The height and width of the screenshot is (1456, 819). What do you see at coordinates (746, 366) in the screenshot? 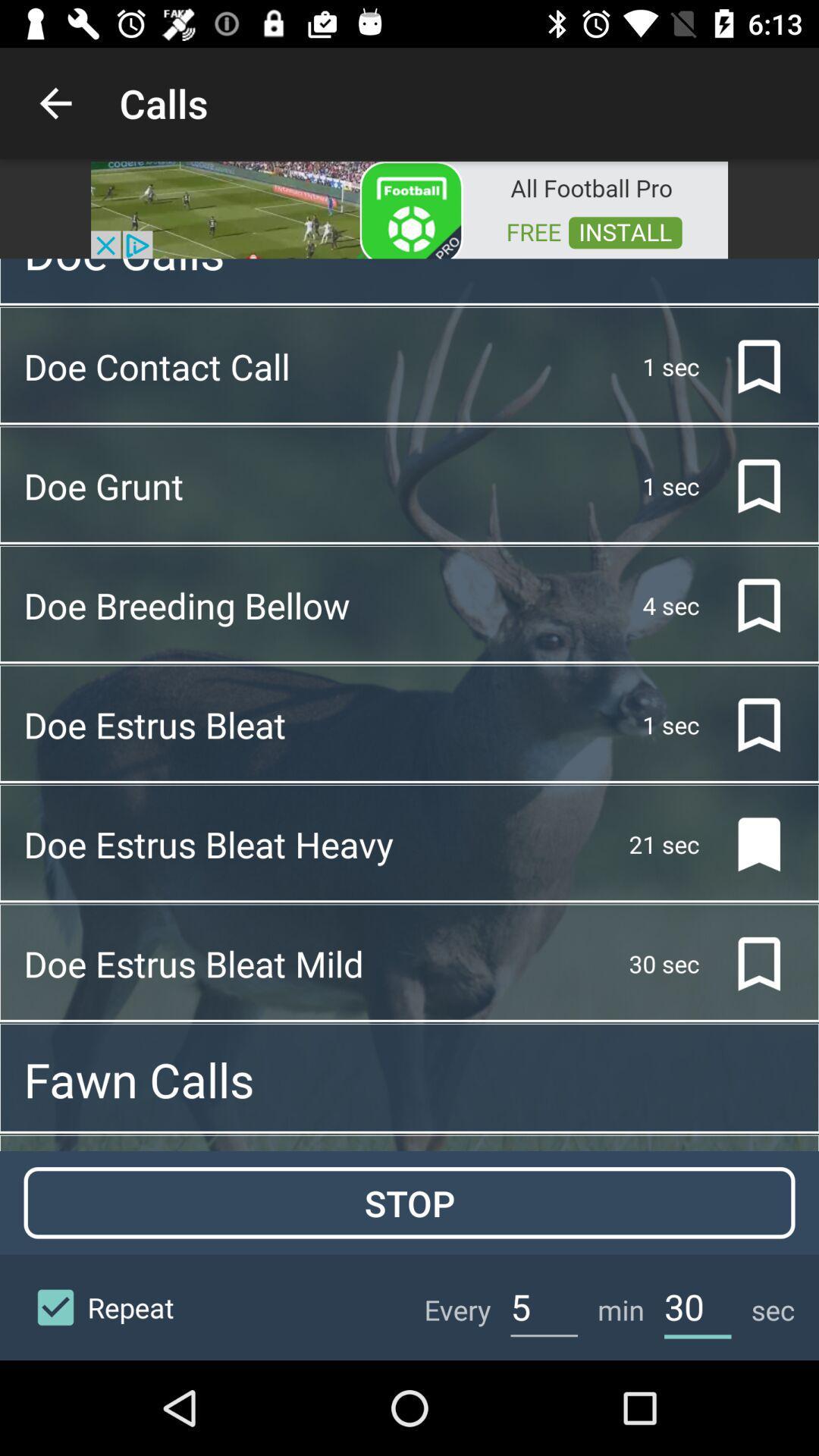
I see `the bookmark icon` at bounding box center [746, 366].